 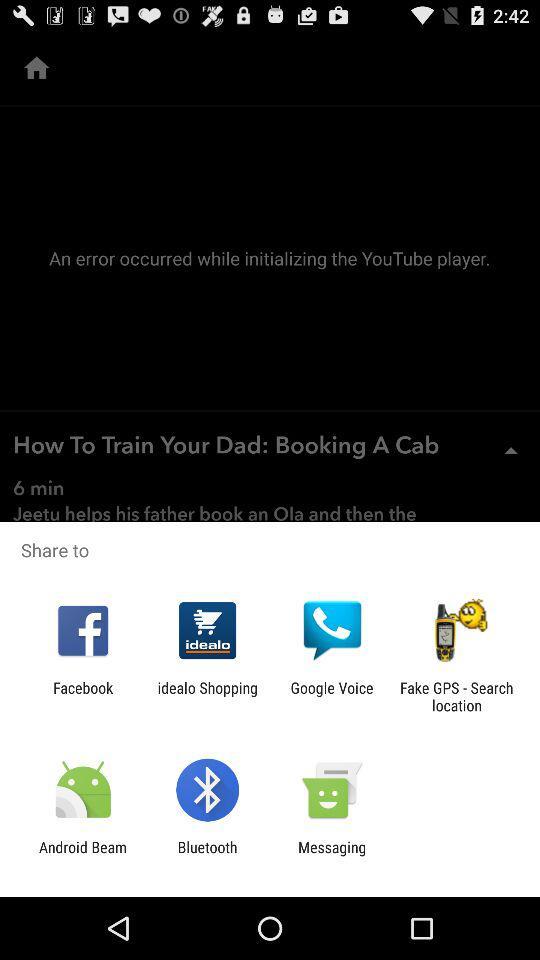 What do you see at coordinates (82, 855) in the screenshot?
I see `android beam item` at bounding box center [82, 855].